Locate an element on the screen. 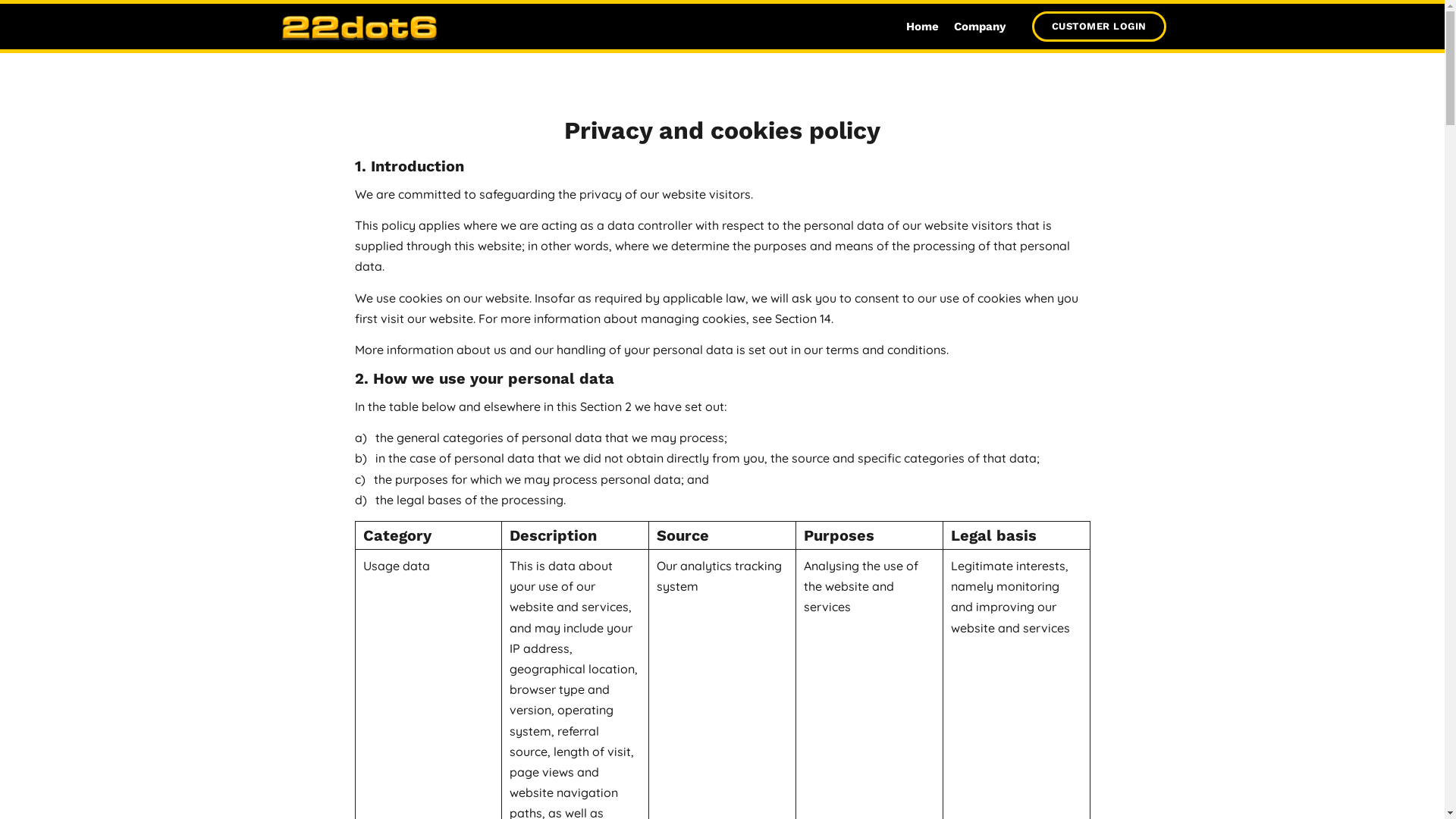  'Company' is located at coordinates (949, 26).